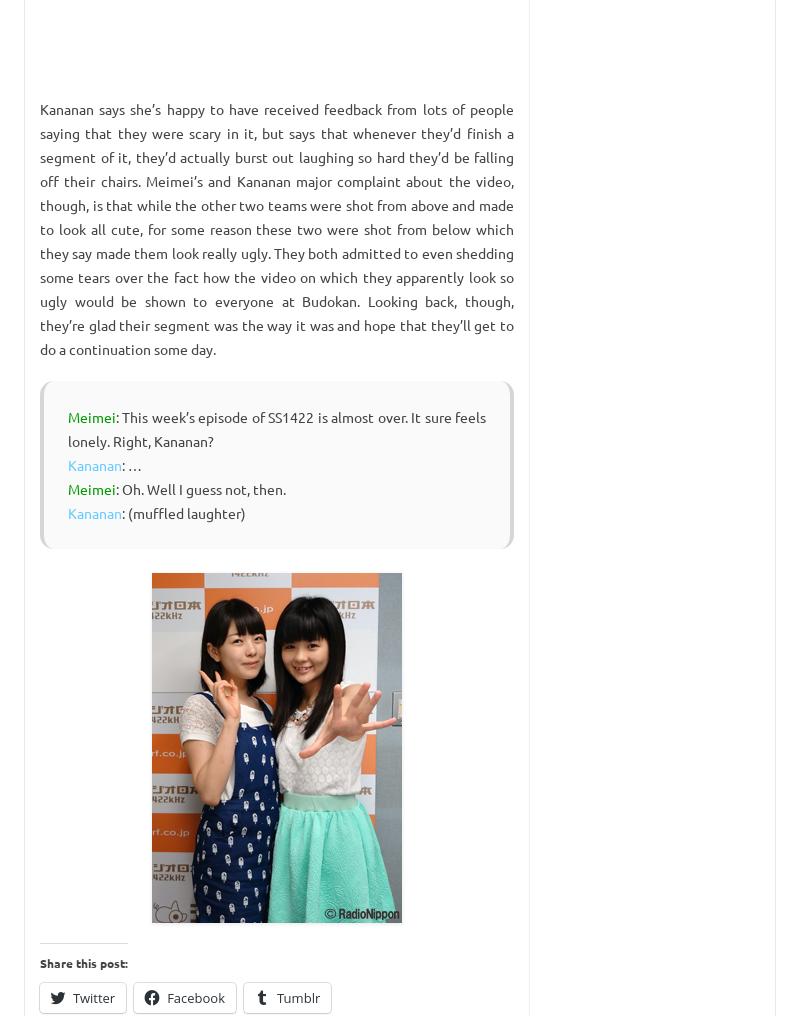  What do you see at coordinates (277, 997) in the screenshot?
I see `'Tumblr'` at bounding box center [277, 997].